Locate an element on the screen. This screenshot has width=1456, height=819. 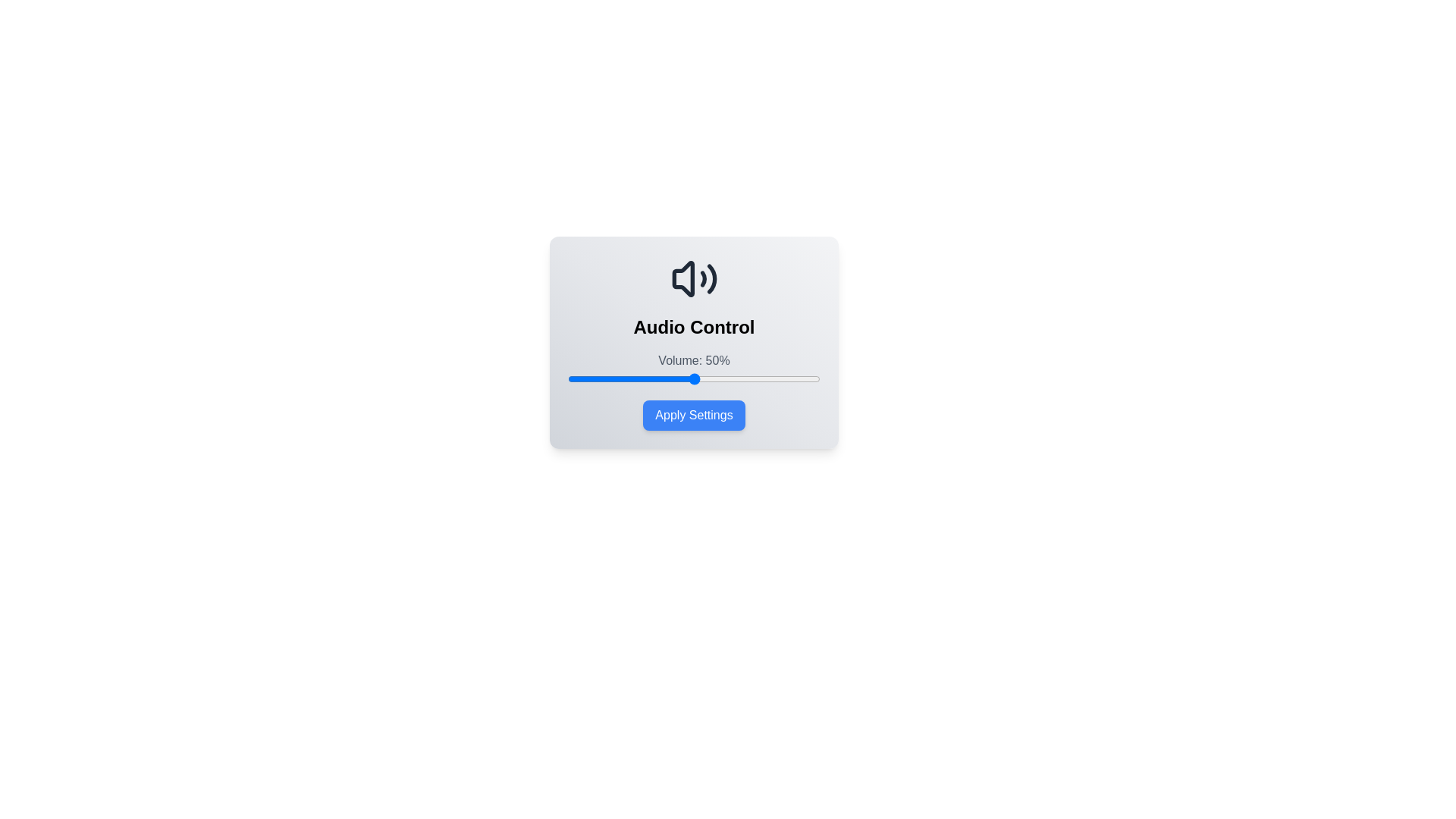
the 'Audio Control' text display, which is a large, bold black font element located within a card interface, positioned between the speaker icon and the text 'Volume: 50%' is located at coordinates (693, 327).